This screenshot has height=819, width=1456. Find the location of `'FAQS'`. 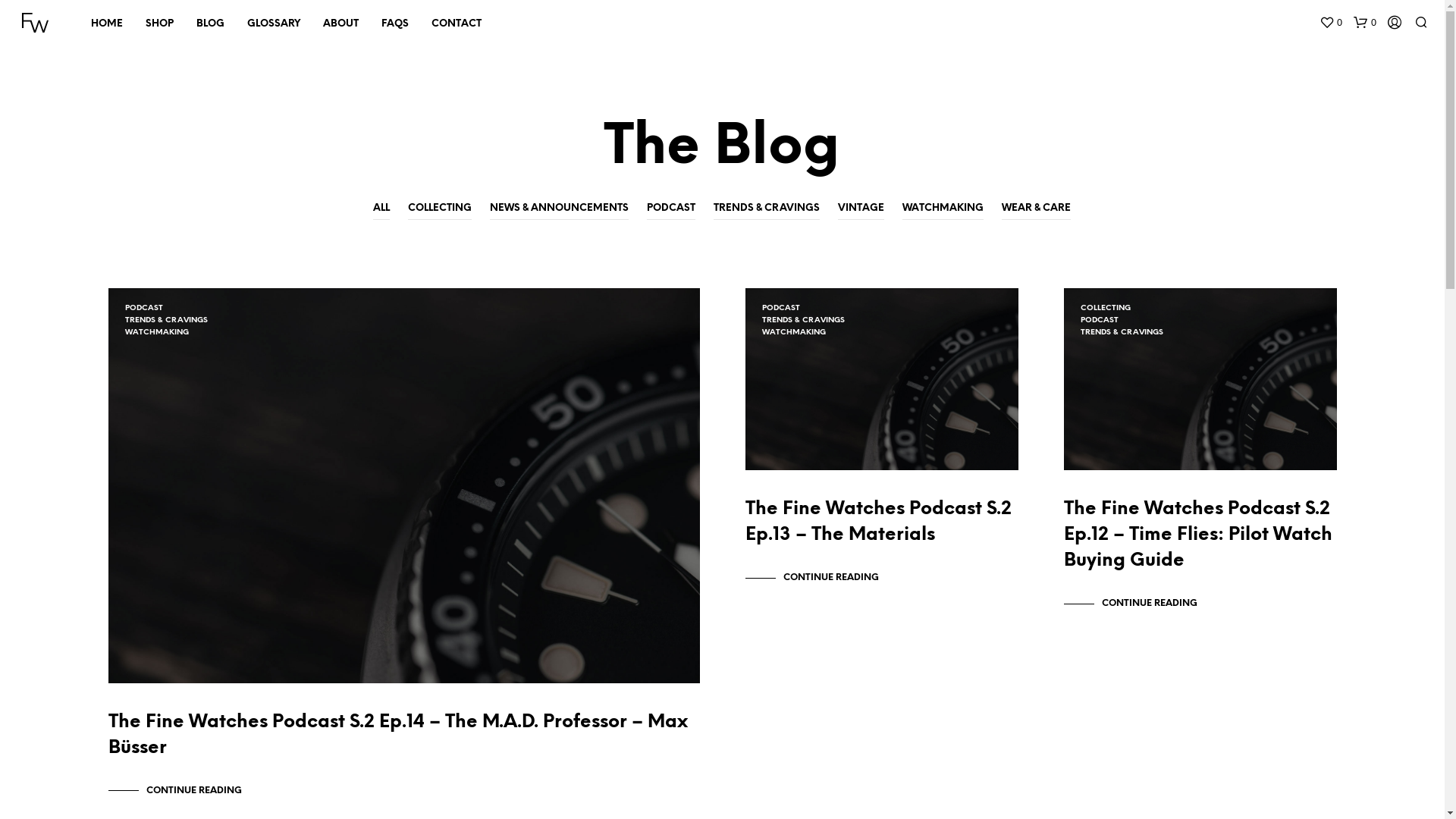

'FAQS' is located at coordinates (395, 24).